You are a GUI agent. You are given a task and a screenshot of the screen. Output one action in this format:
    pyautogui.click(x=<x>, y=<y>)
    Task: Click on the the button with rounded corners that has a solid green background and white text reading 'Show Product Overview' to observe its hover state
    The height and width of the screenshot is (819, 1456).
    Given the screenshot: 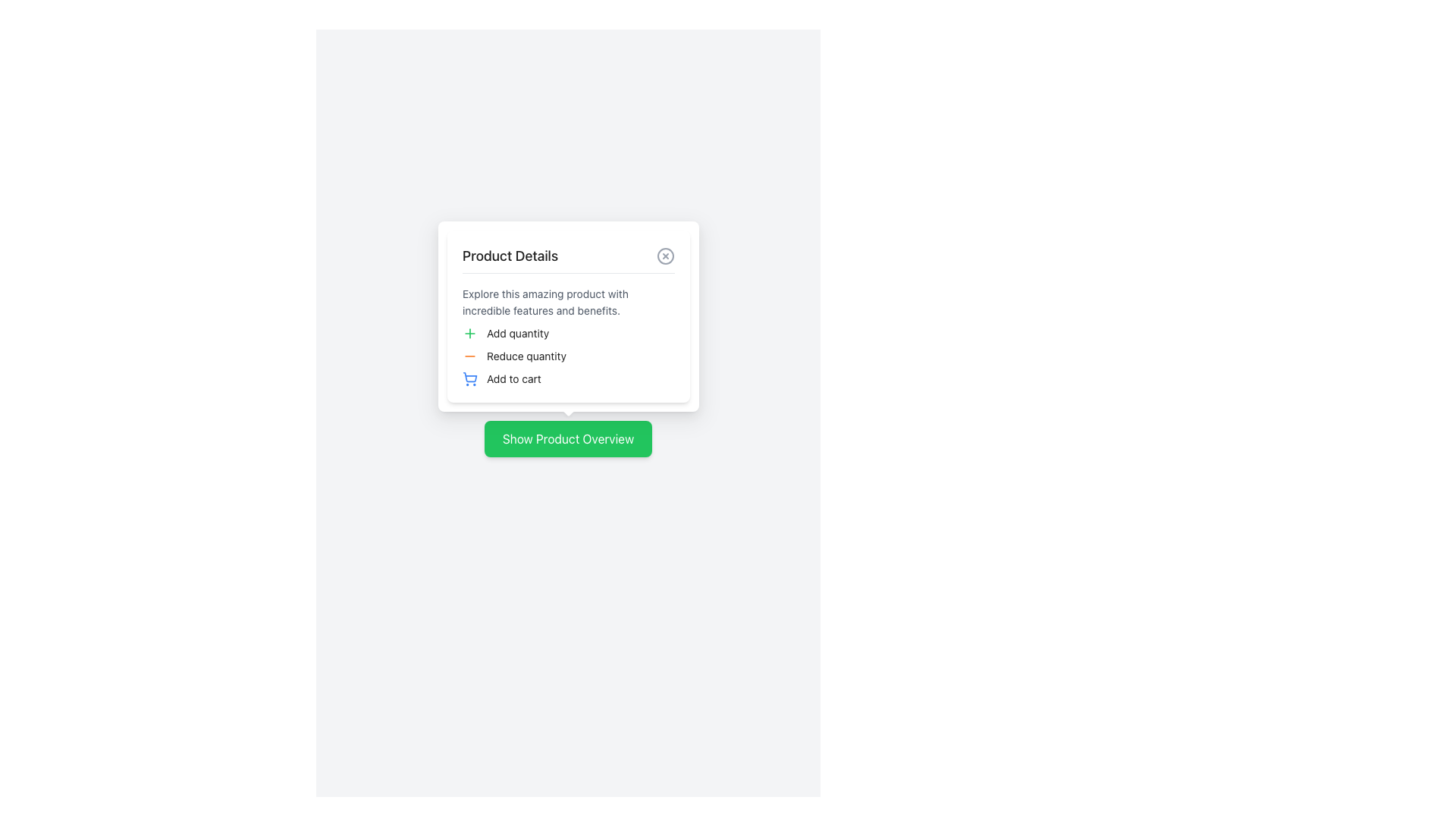 What is the action you would take?
    pyautogui.click(x=567, y=438)
    